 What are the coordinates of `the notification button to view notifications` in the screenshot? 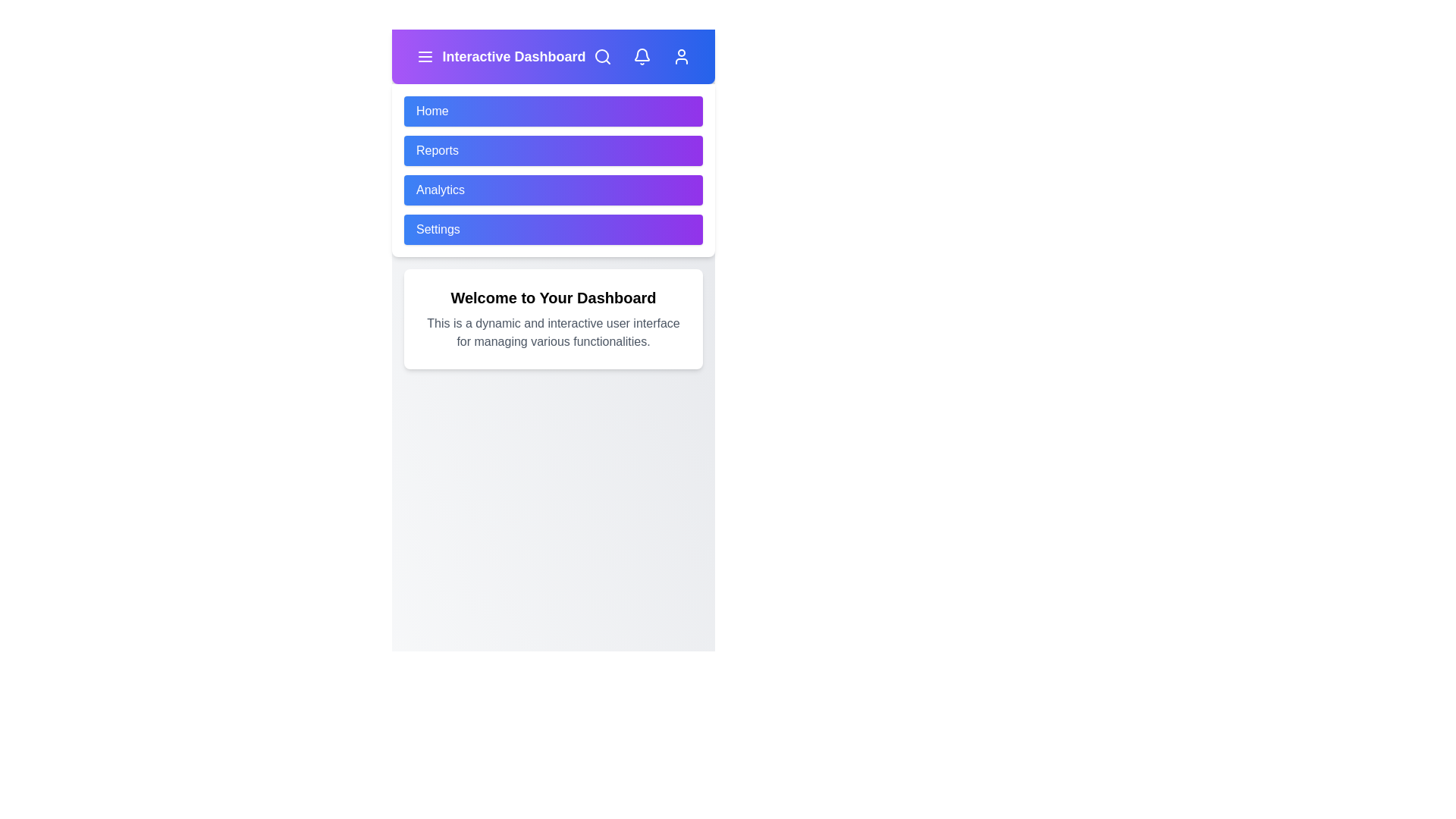 It's located at (642, 55).